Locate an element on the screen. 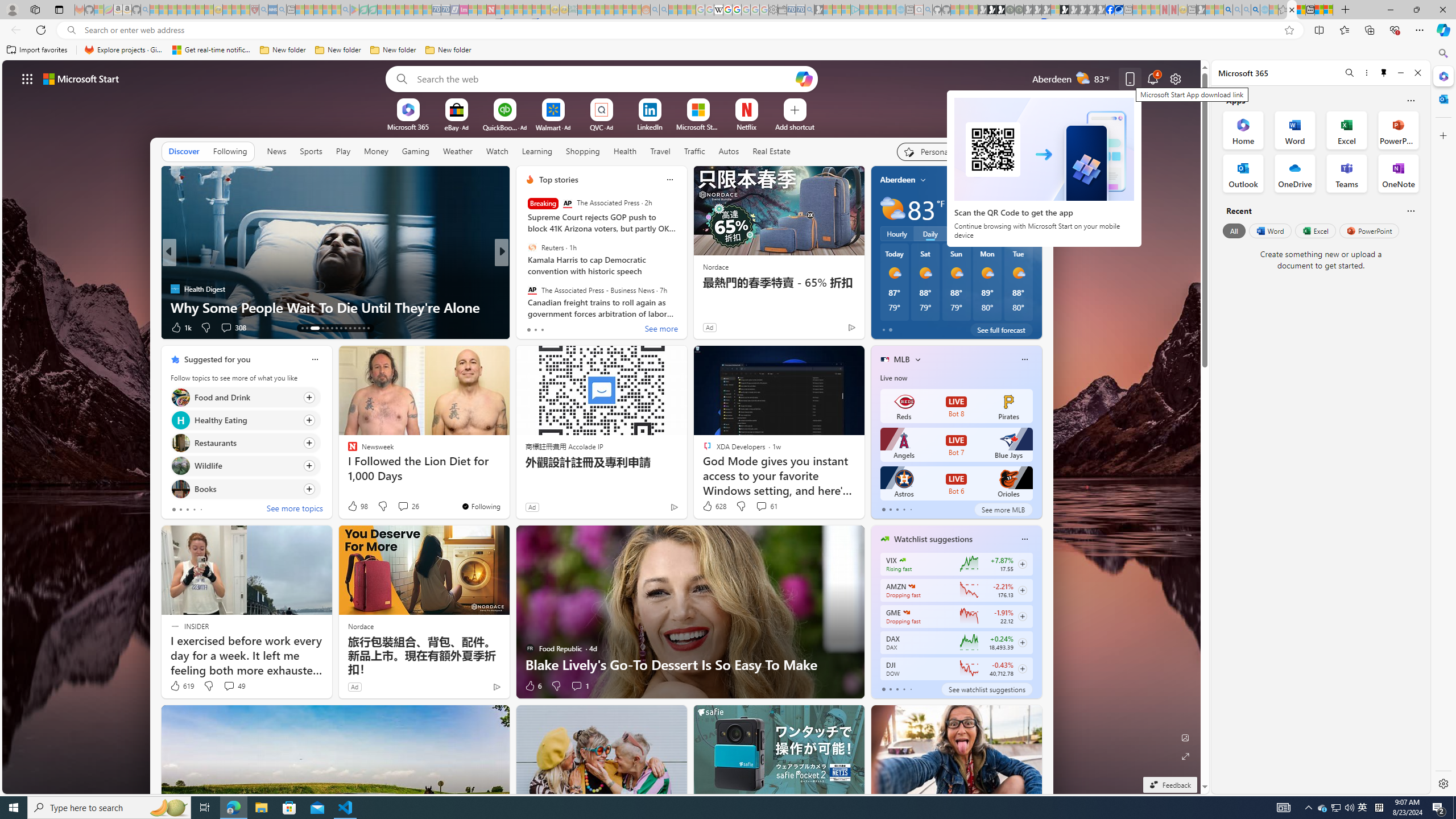 This screenshot has height=819, width=1456. 'tab-3' is located at coordinates (903, 689).